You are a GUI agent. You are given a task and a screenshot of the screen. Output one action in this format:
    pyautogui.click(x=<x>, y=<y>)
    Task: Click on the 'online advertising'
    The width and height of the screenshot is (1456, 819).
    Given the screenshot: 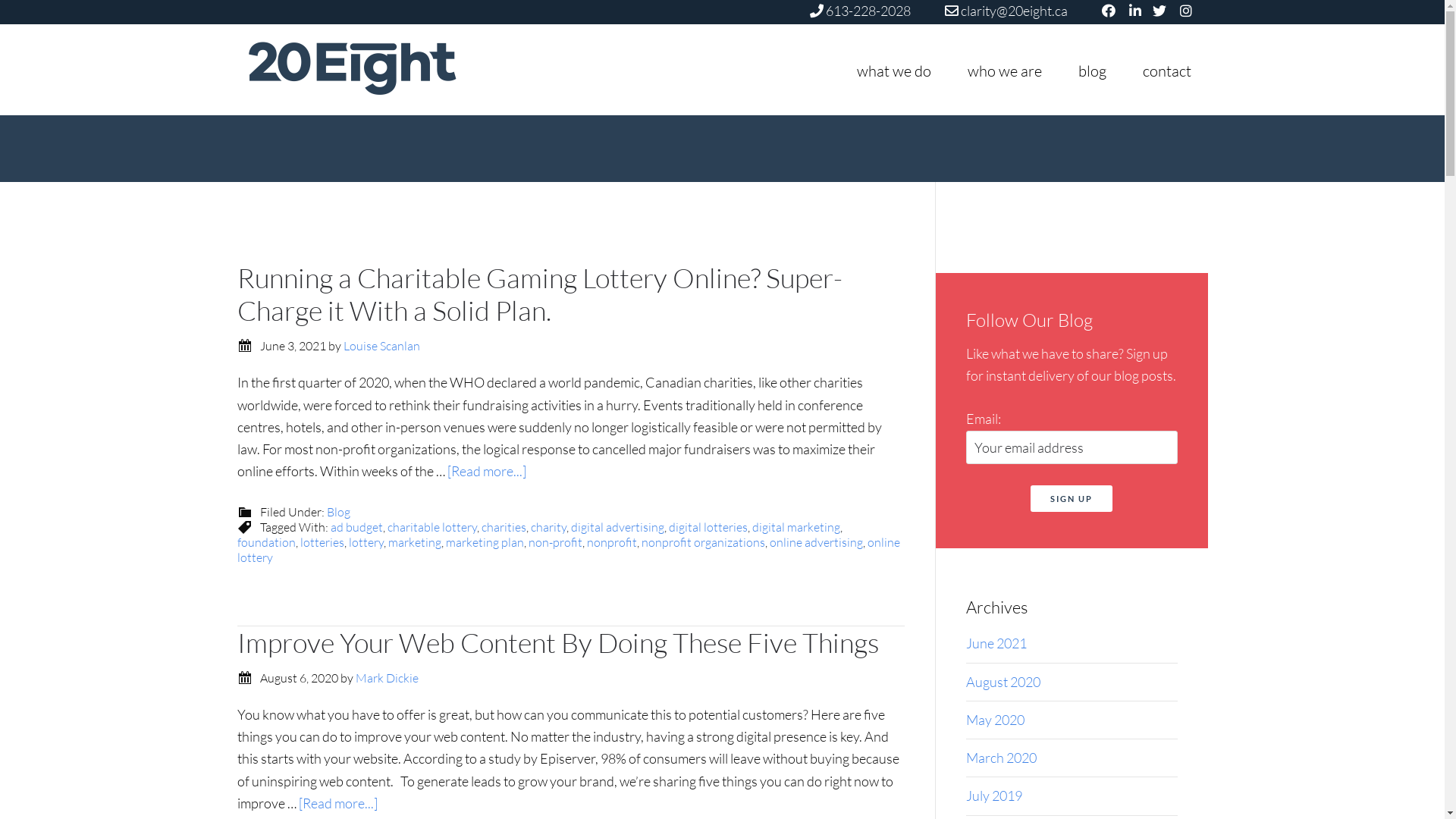 What is the action you would take?
    pyautogui.click(x=814, y=541)
    